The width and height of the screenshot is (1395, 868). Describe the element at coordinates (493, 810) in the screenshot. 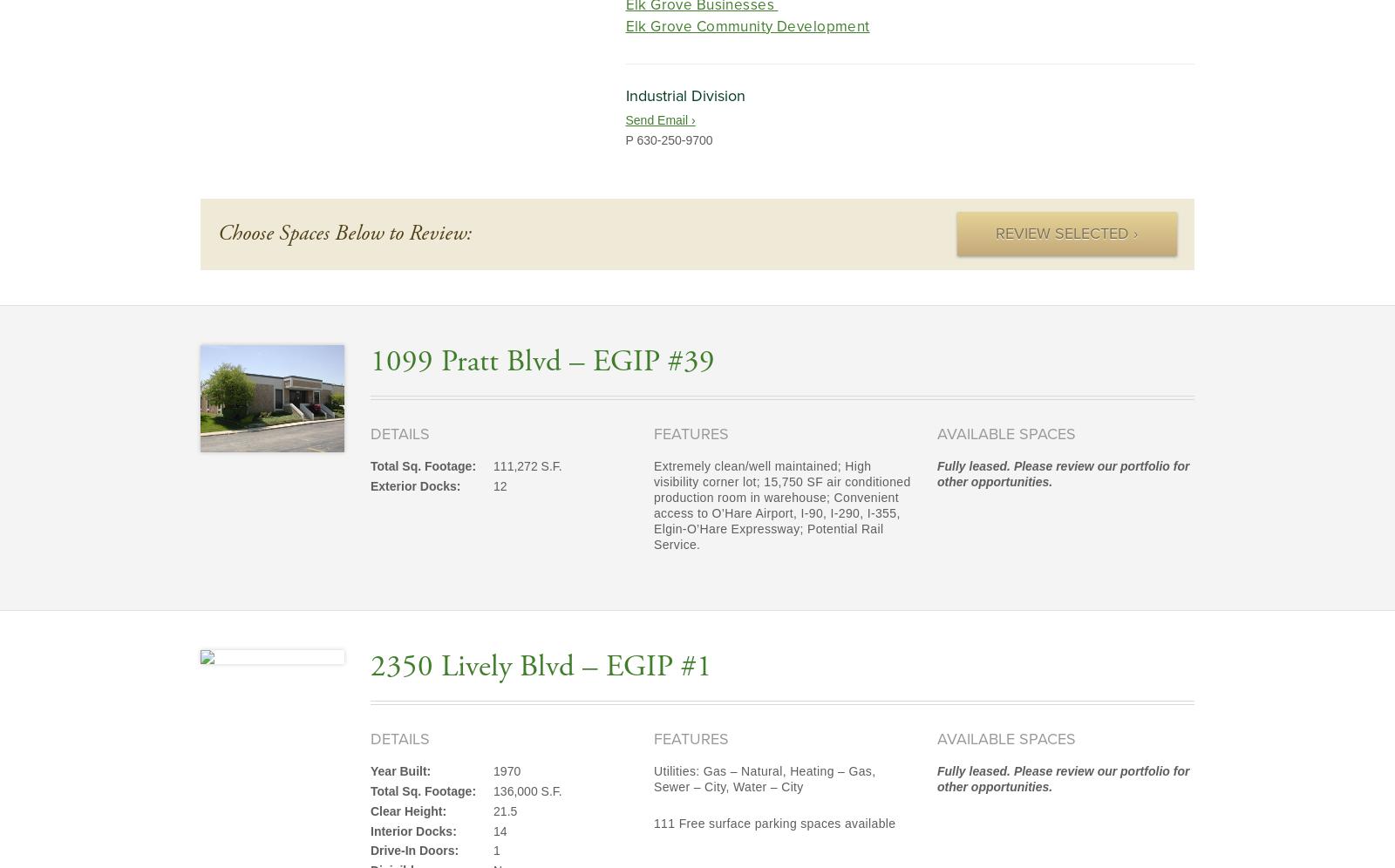

I see `'21.5'` at that location.